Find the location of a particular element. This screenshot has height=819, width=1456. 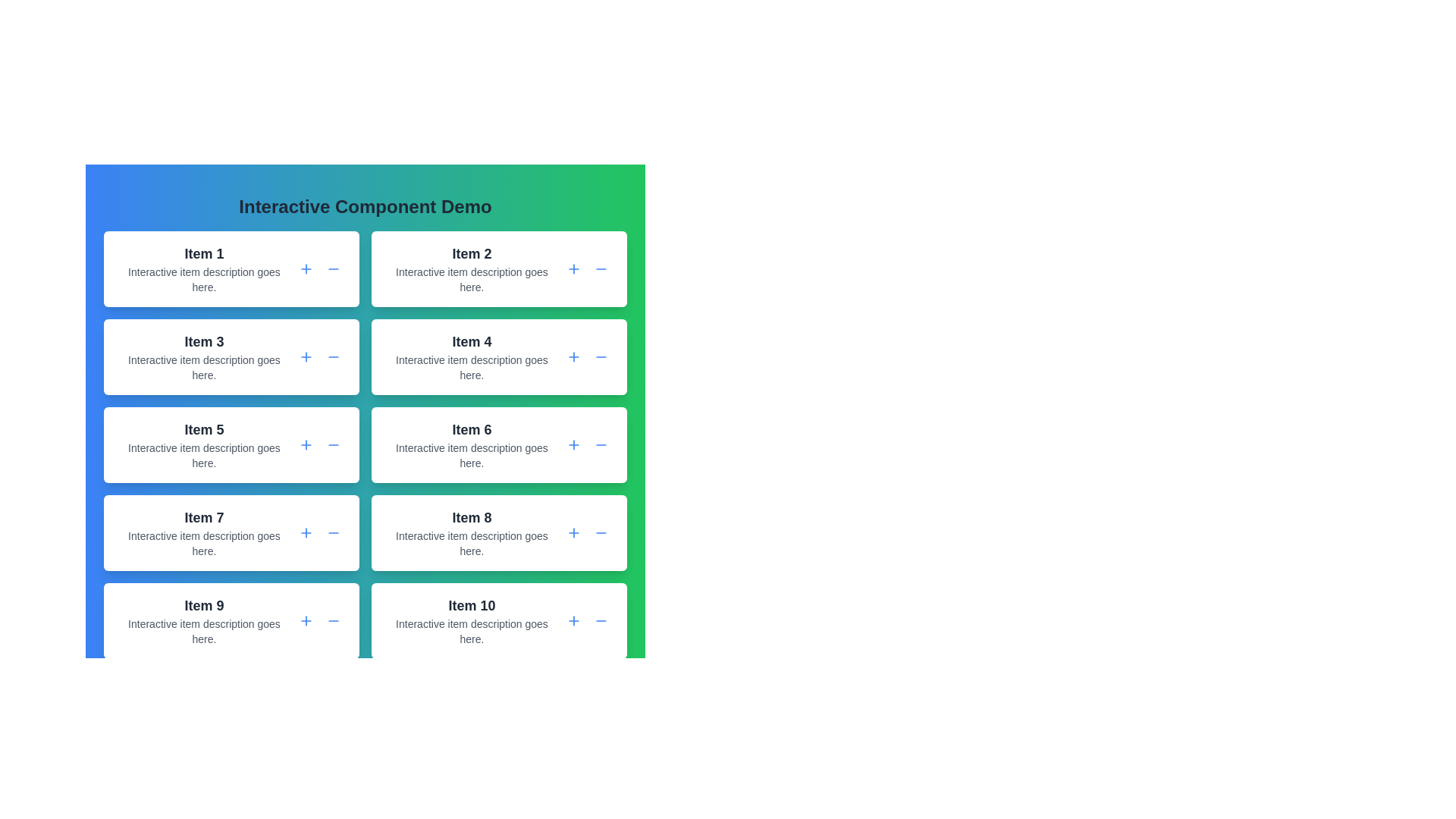

the small circular plus icon located to the right of 'Item 7' in the 'Interactive Component Demo' interface is located at coordinates (305, 532).